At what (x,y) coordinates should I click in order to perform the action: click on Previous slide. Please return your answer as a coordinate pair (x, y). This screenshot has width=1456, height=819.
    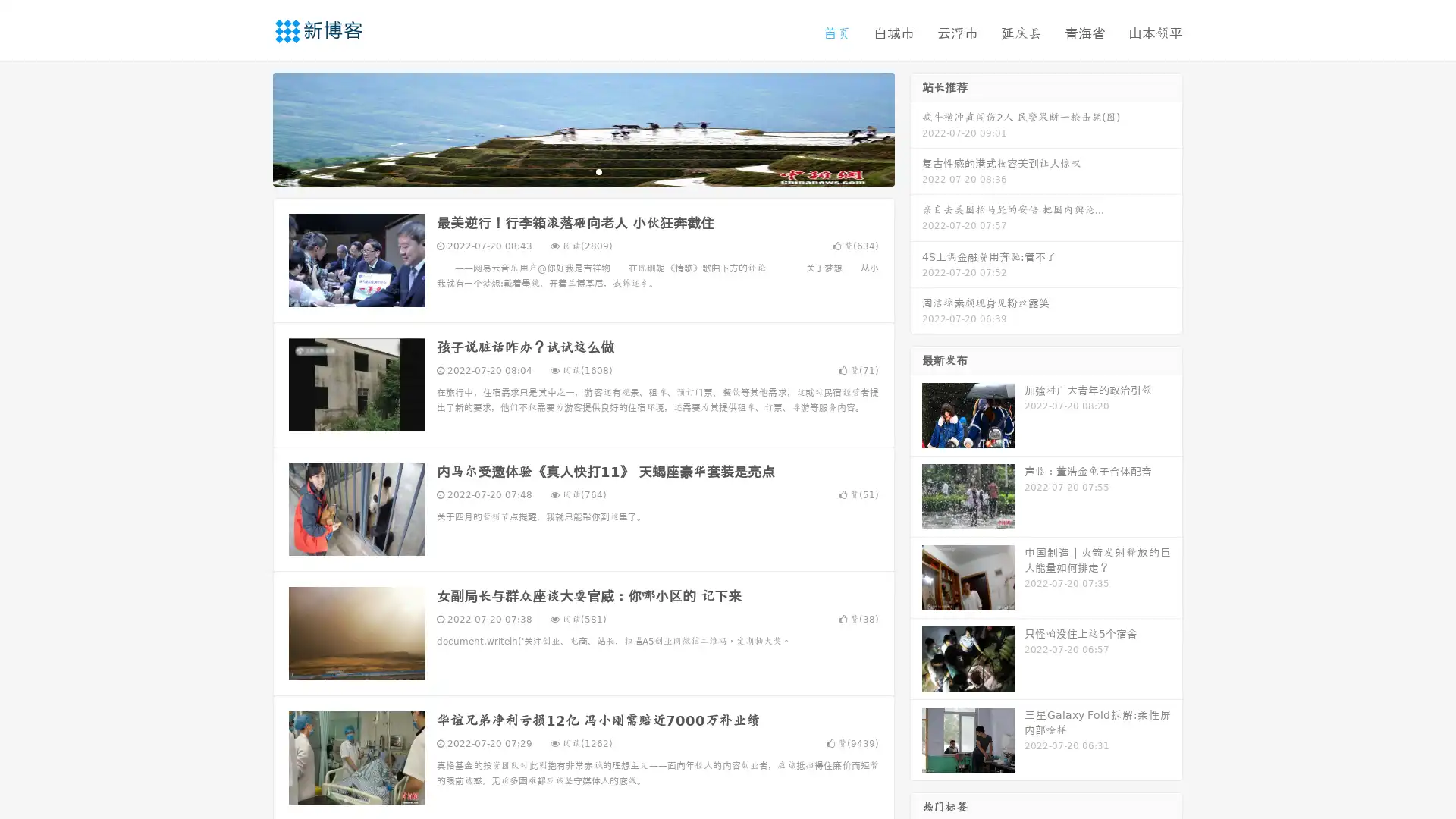
    Looking at the image, I should click on (250, 127).